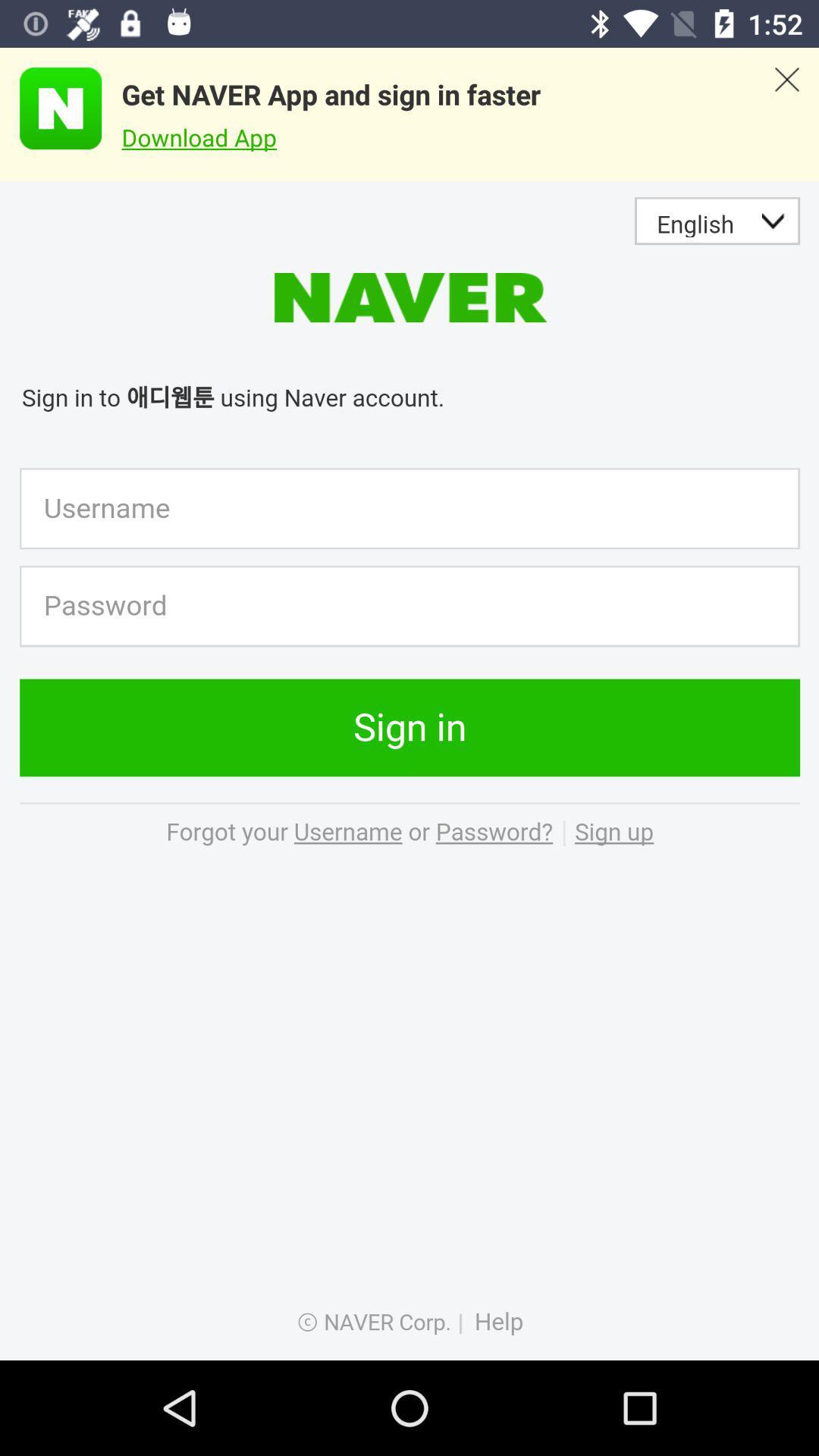 The width and height of the screenshot is (819, 1456). Describe the element at coordinates (786, 114) in the screenshot. I see `banner notification` at that location.